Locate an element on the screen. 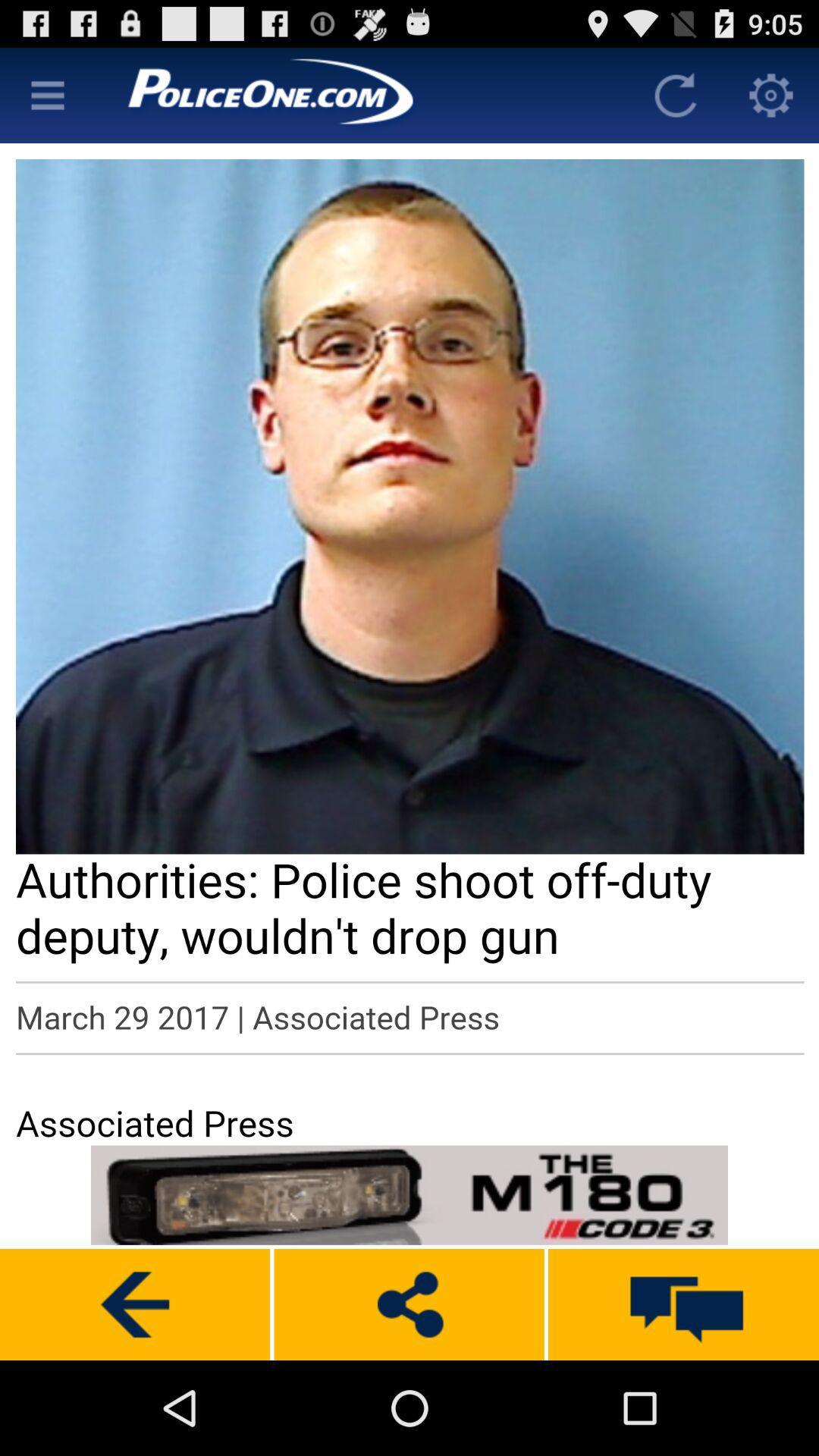  website 's or app 's logo is located at coordinates (362, 94).